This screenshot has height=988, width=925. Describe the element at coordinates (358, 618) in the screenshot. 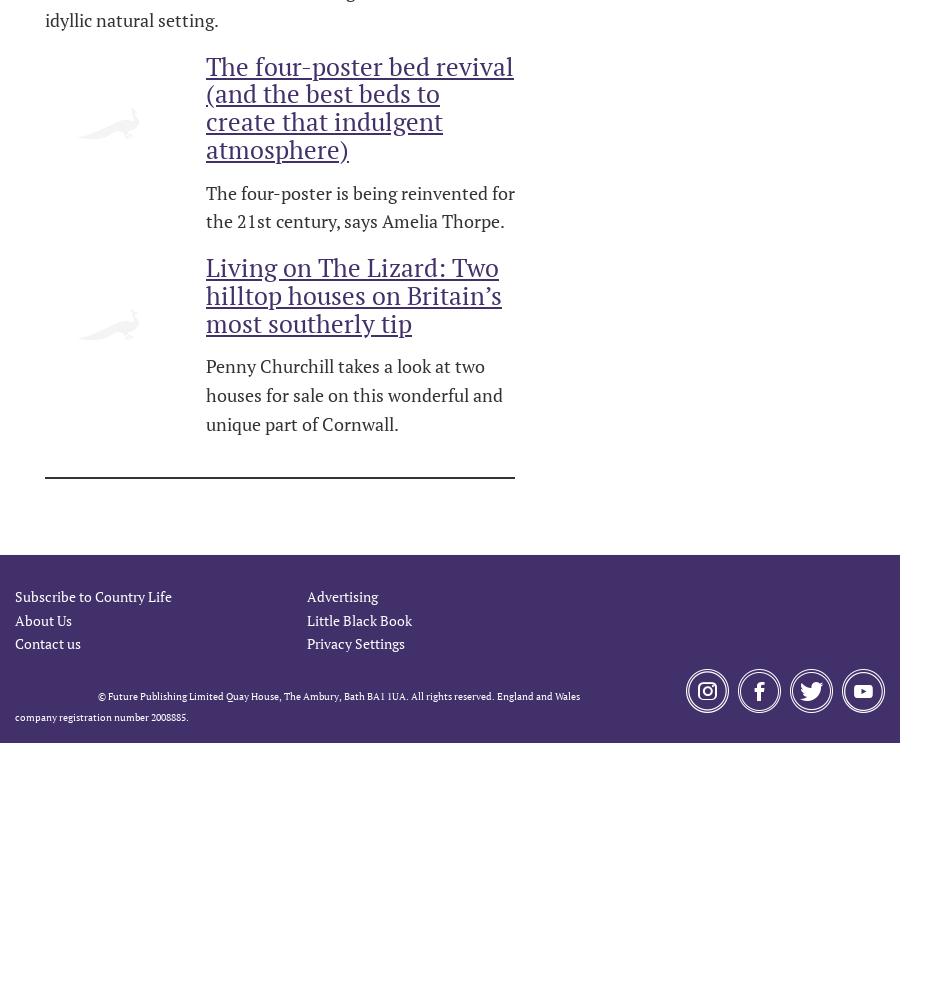

I see `'Little Black Book'` at that location.